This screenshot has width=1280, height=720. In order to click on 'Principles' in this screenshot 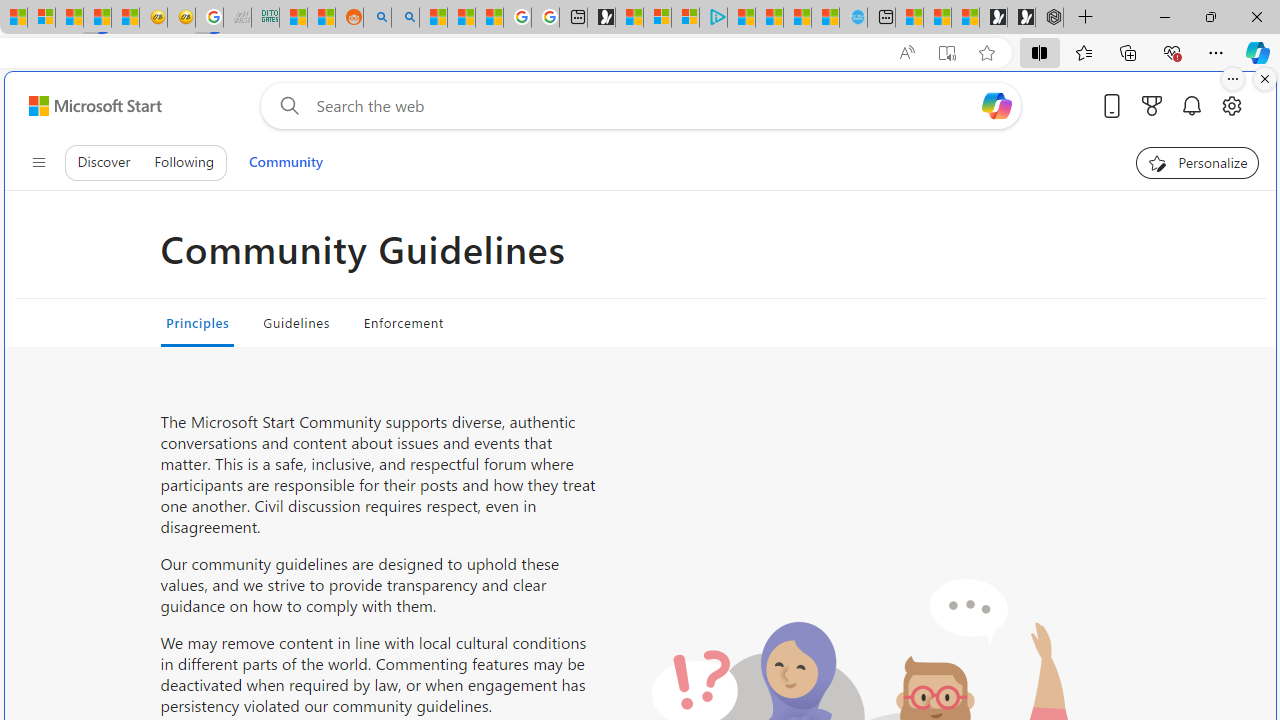, I will do `click(197, 321)`.